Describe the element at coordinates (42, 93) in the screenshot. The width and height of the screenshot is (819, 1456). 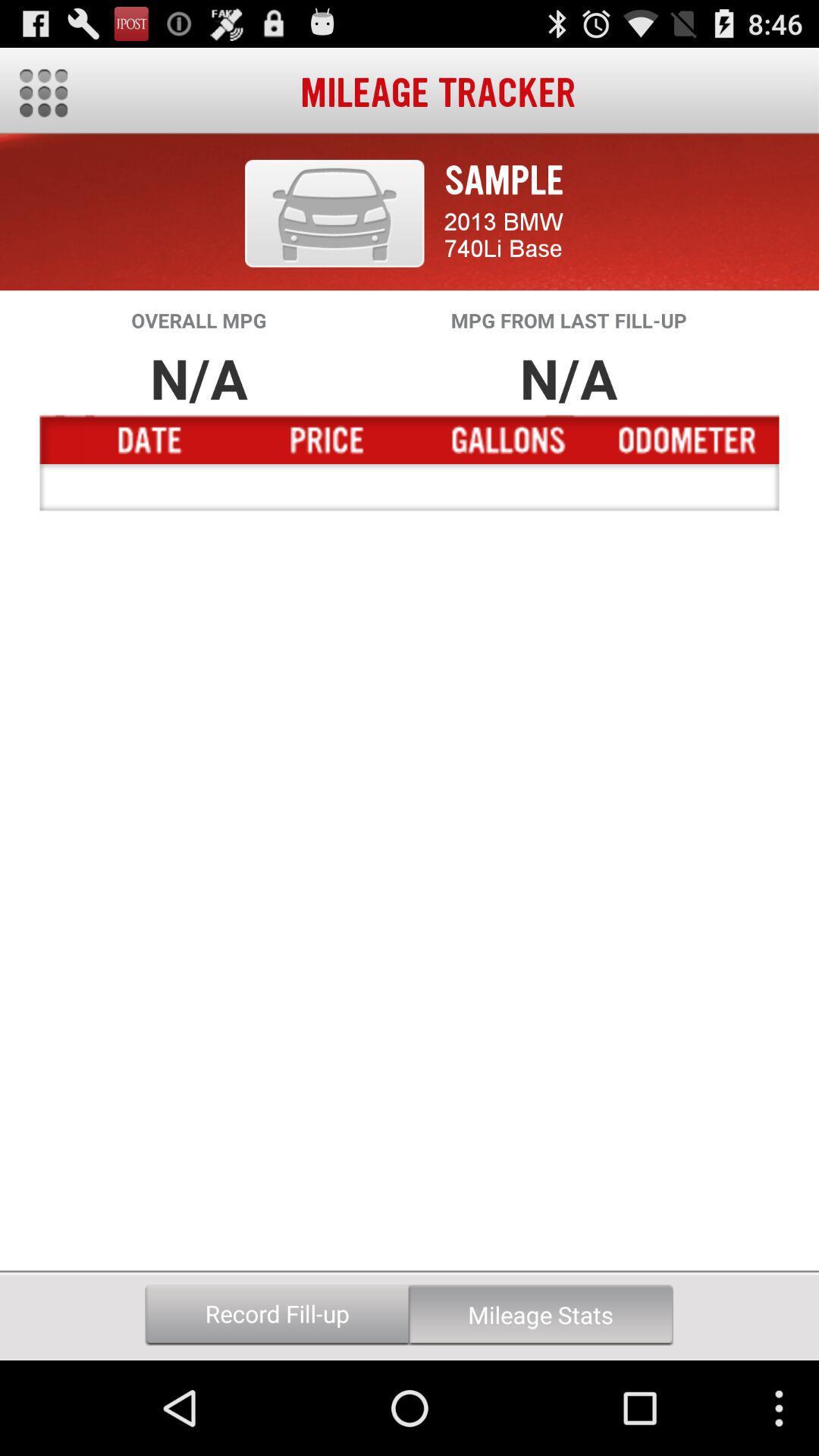
I see `menu grid` at that location.